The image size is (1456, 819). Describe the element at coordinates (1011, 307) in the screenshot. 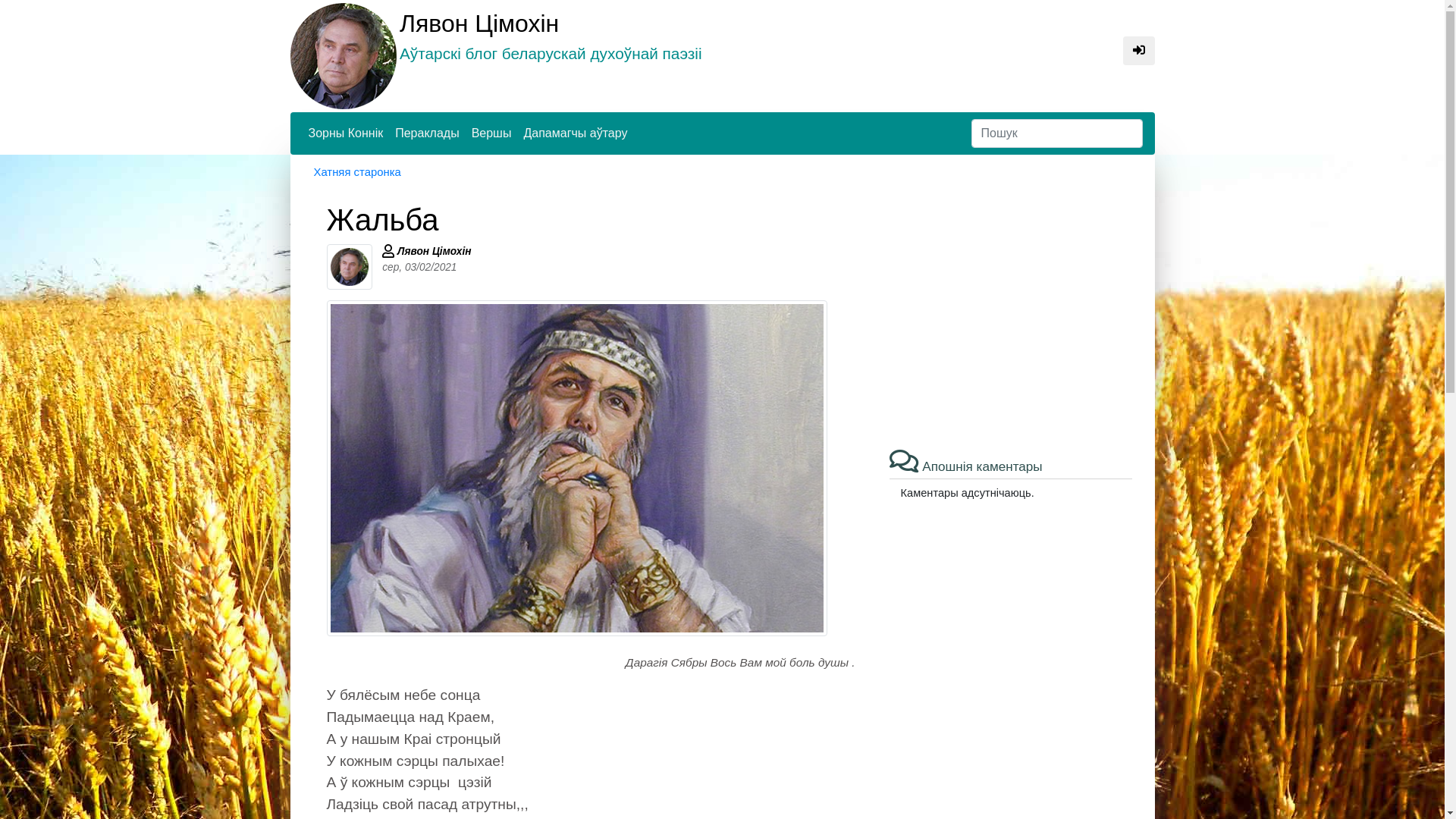

I see `'Advertisement'` at that location.